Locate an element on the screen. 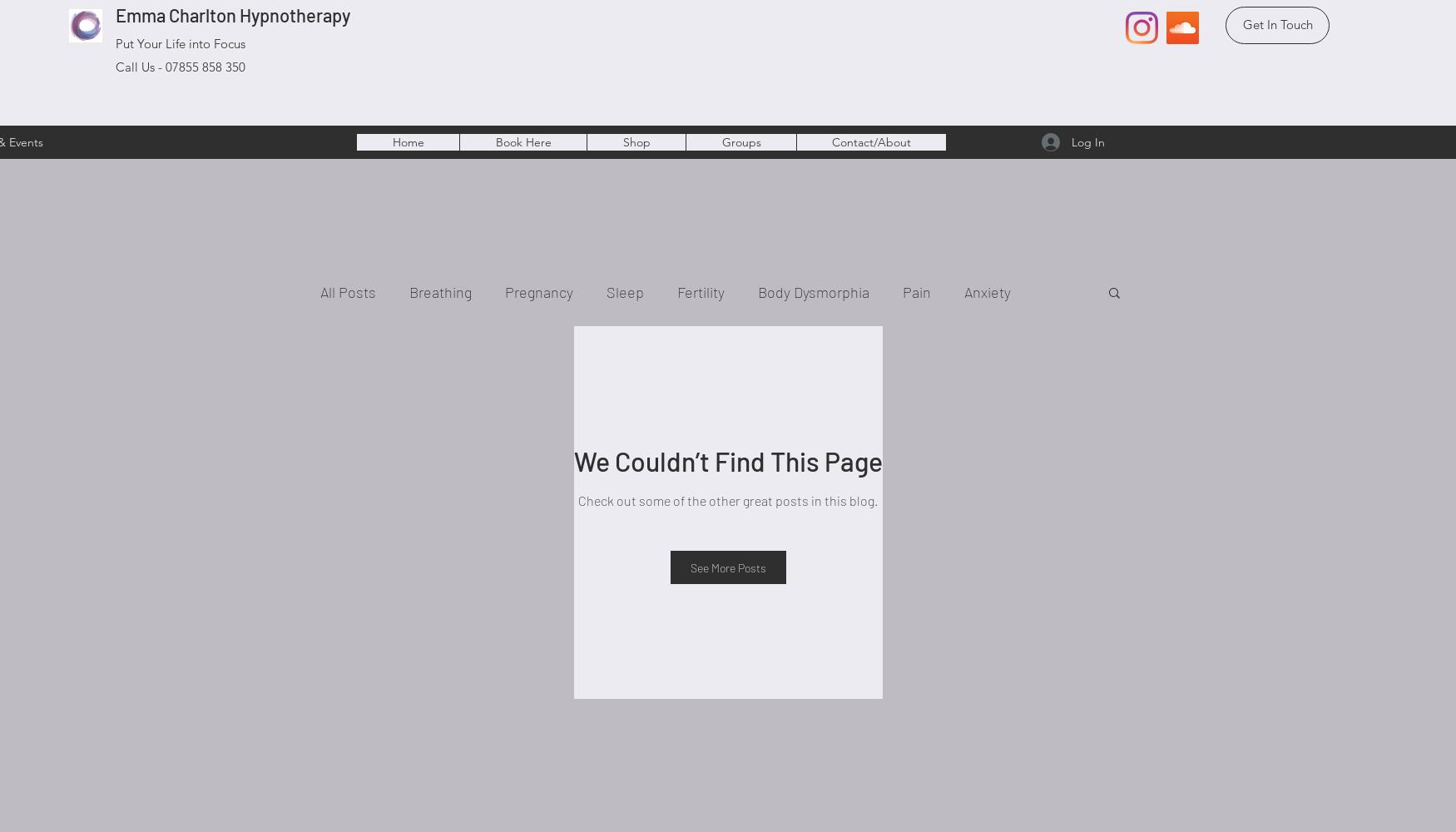  'Check out some of the other great posts in this blog.' is located at coordinates (728, 499).